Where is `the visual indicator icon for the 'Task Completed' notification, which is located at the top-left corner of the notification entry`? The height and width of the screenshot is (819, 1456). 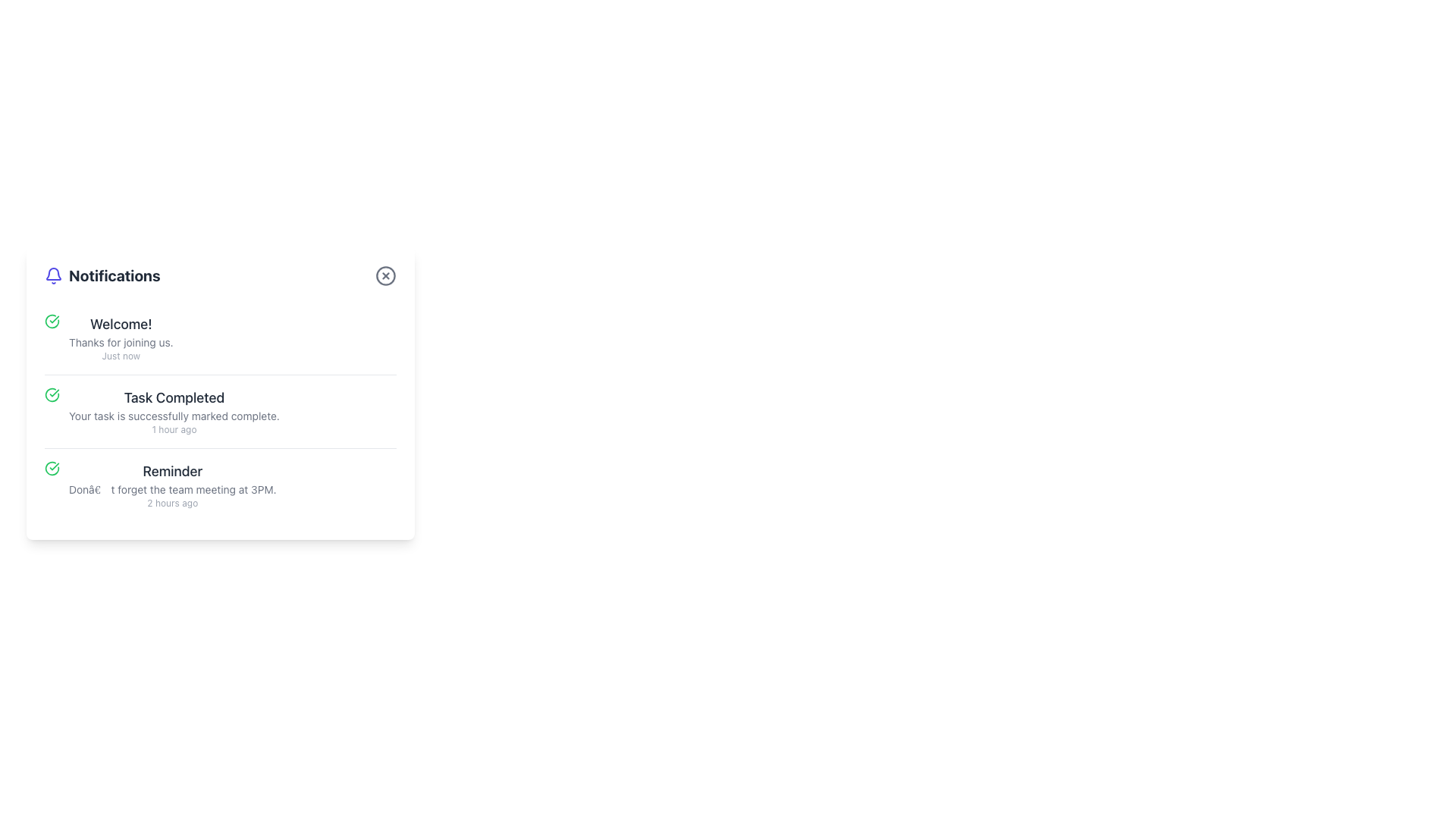 the visual indicator icon for the 'Task Completed' notification, which is located at the top-left corner of the notification entry is located at coordinates (52, 394).